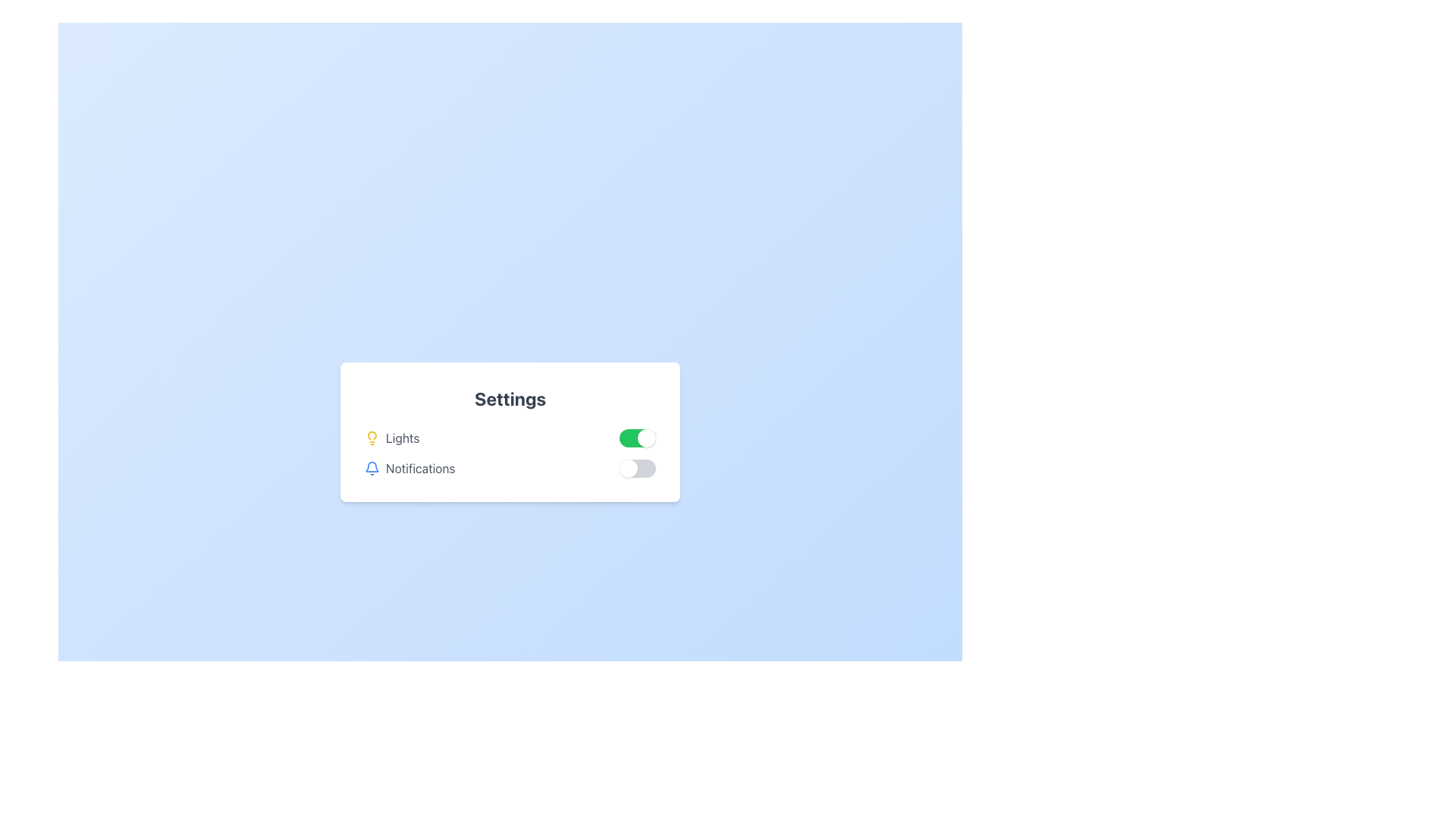  Describe the element at coordinates (629, 467) in the screenshot. I see `the circular toggle indicator for 'Notifications'` at that location.